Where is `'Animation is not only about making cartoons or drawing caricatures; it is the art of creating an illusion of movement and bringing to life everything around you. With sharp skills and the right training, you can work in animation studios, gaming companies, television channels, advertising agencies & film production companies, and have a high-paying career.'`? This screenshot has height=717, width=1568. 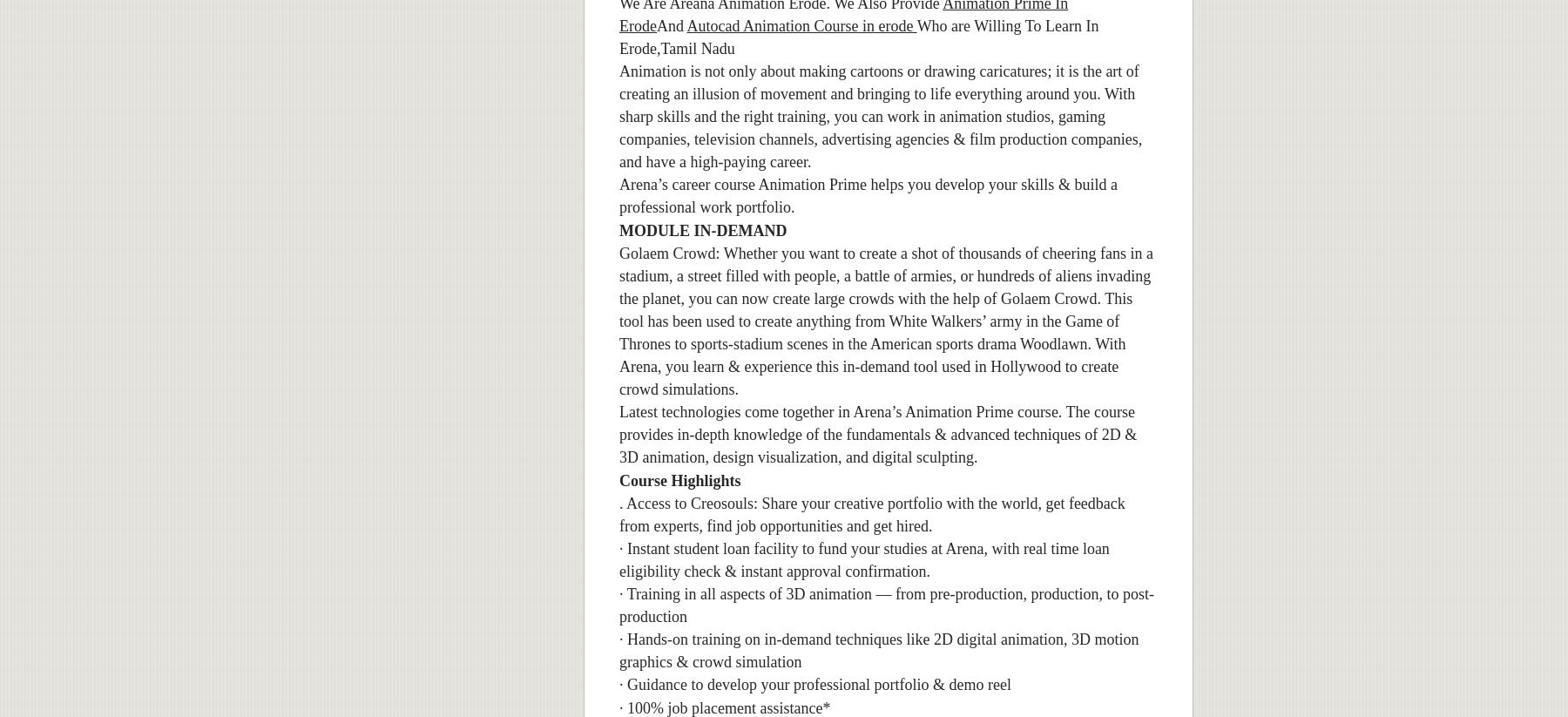 'Animation is not only about making cartoons or drawing caricatures; it is the art of creating an illusion of movement and bringing to life everything around you. With sharp skills and the right training, you can work in animation studios, gaming companies, television channels, advertising agencies & film production companies, and have a high-paying career.' is located at coordinates (880, 116).